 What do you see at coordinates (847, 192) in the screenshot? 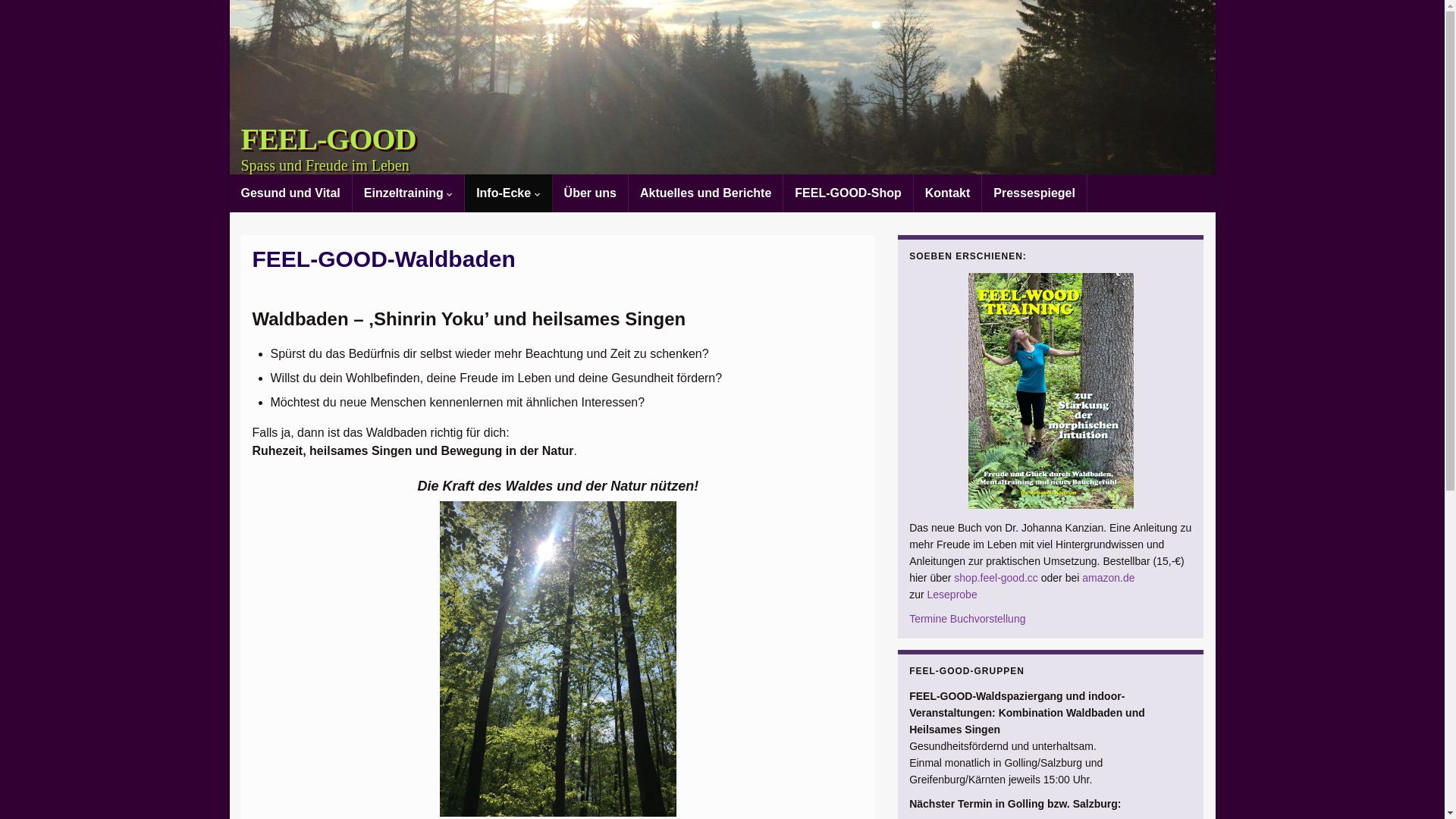
I see `'FEEL-GOOD-Shop'` at bounding box center [847, 192].